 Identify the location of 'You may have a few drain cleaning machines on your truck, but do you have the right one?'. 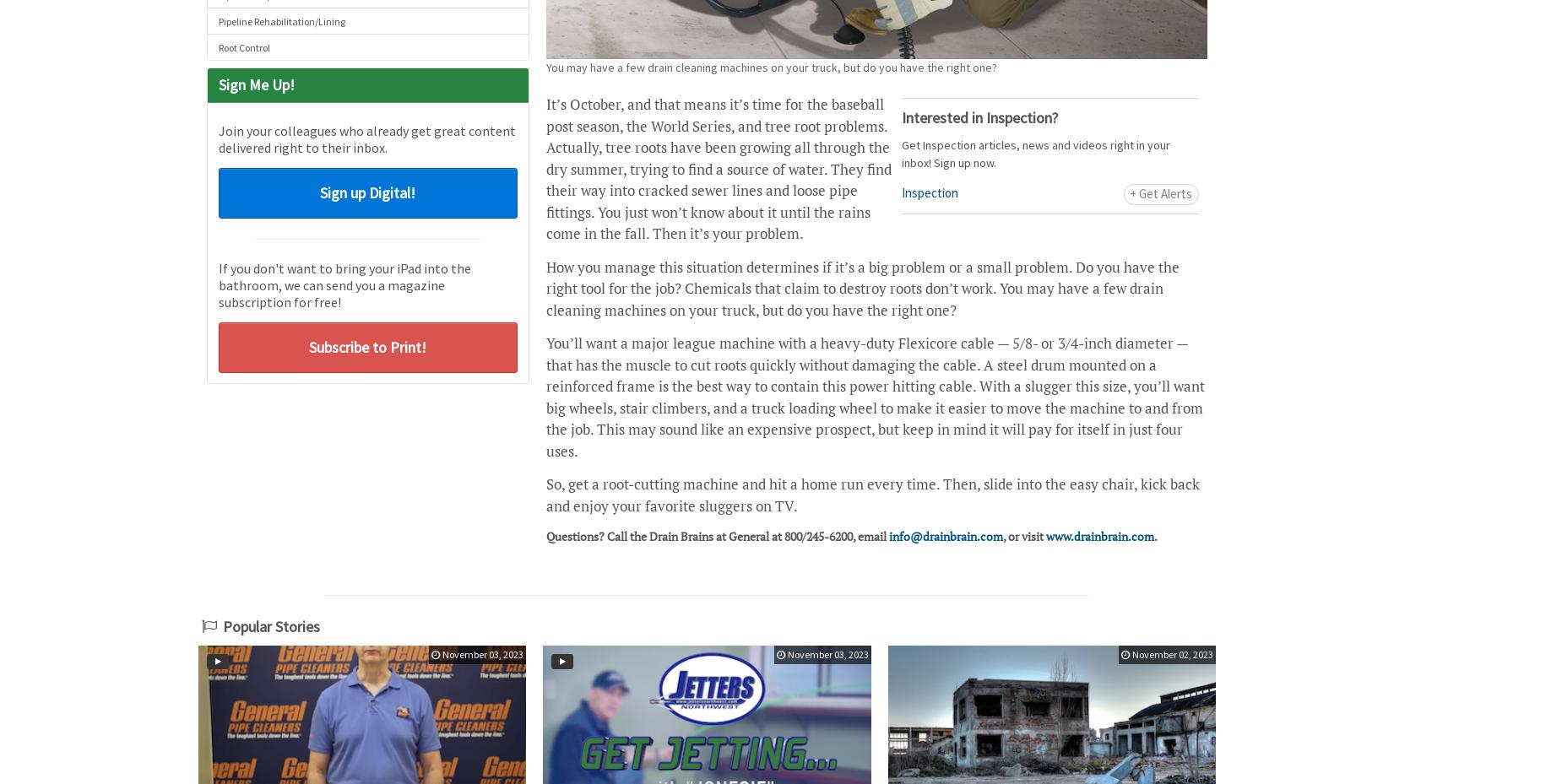
(770, 66).